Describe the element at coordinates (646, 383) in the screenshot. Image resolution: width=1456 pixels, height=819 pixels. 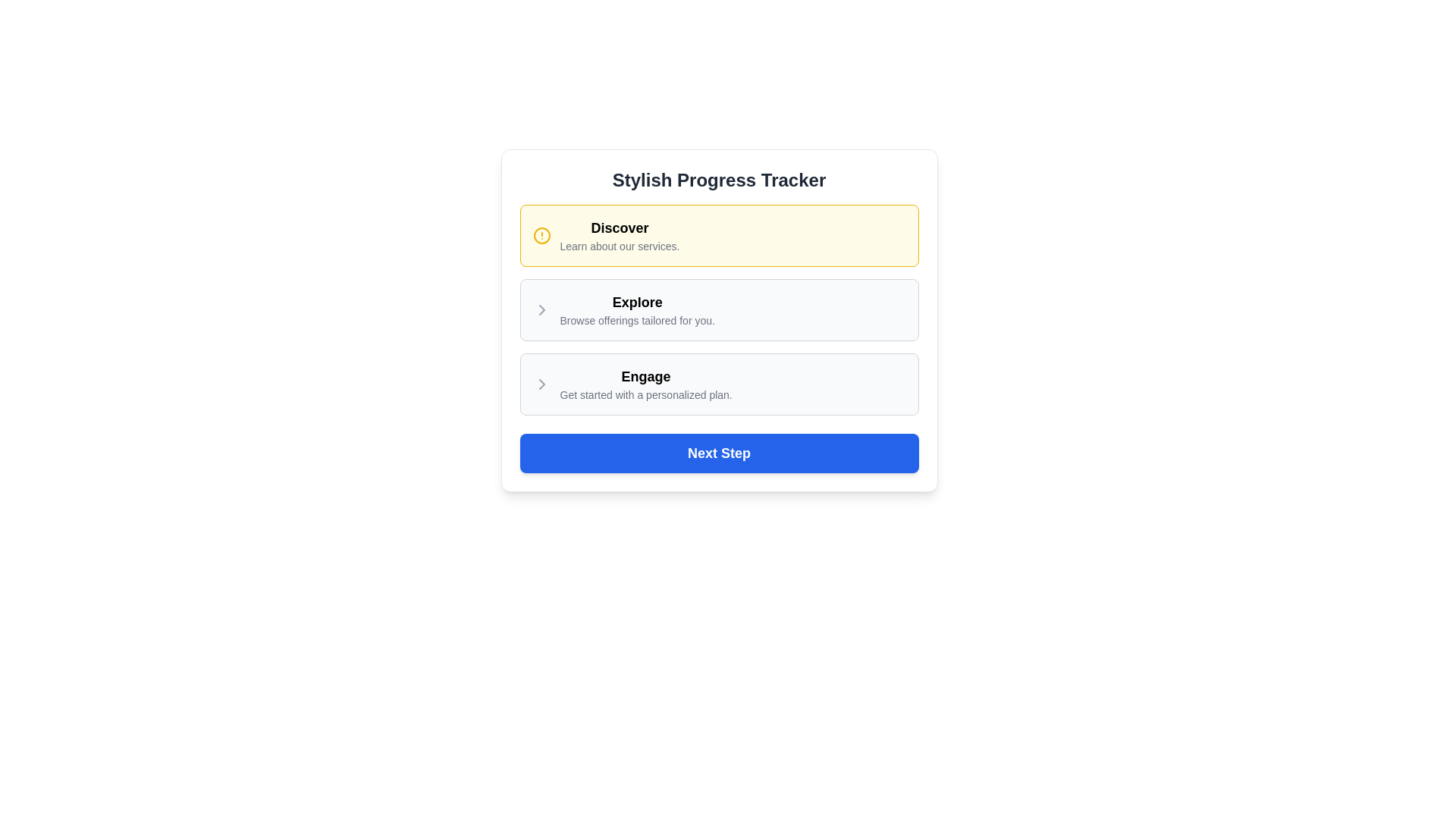
I see `the 'Engage' Text Display Component, which is the third option in the vertical stack within the 'Stylish Progress Tracker' interface, using keyboard navigation` at that location.